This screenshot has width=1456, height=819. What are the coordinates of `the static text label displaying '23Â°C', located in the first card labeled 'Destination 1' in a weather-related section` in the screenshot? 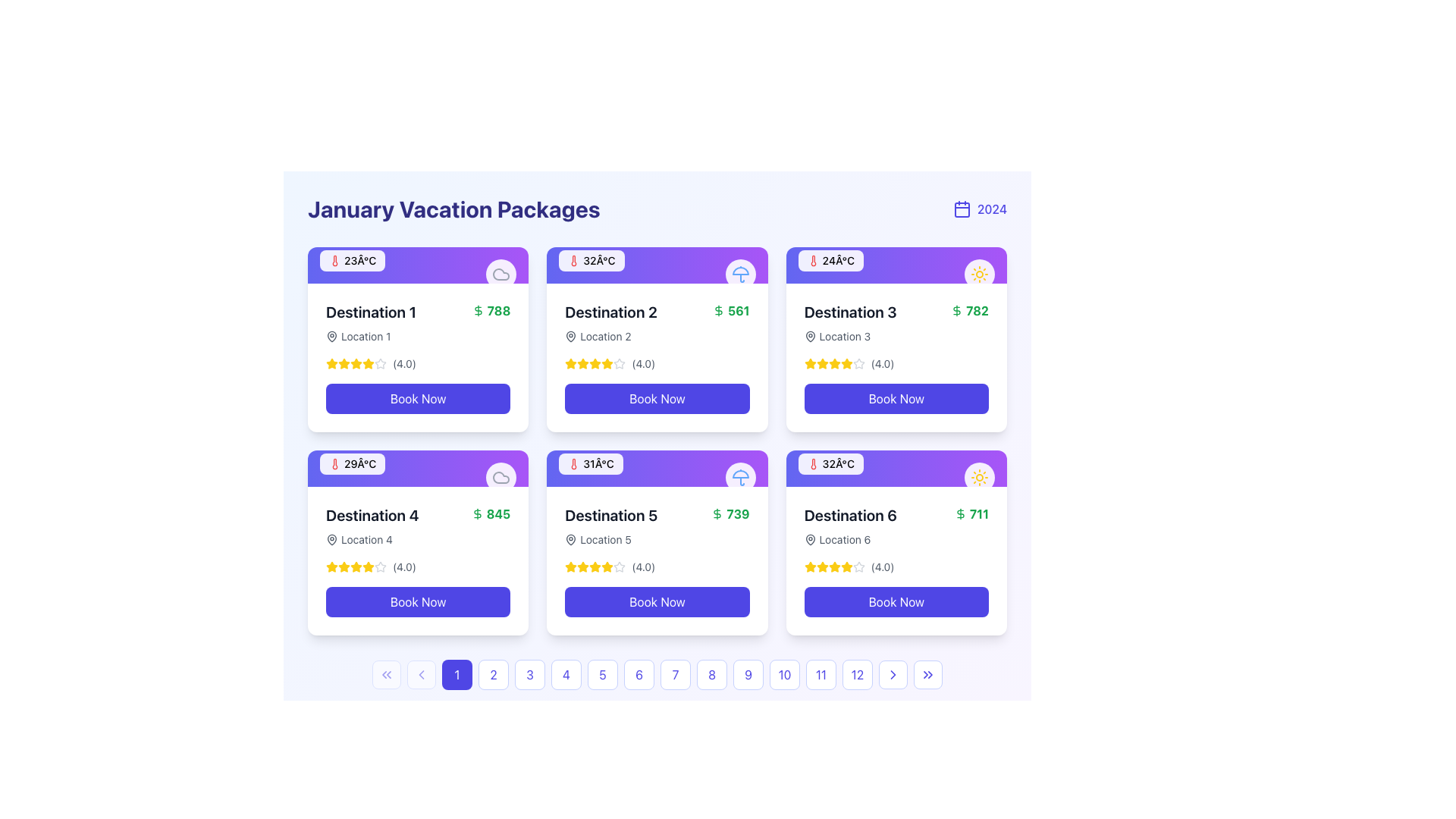 It's located at (359, 259).